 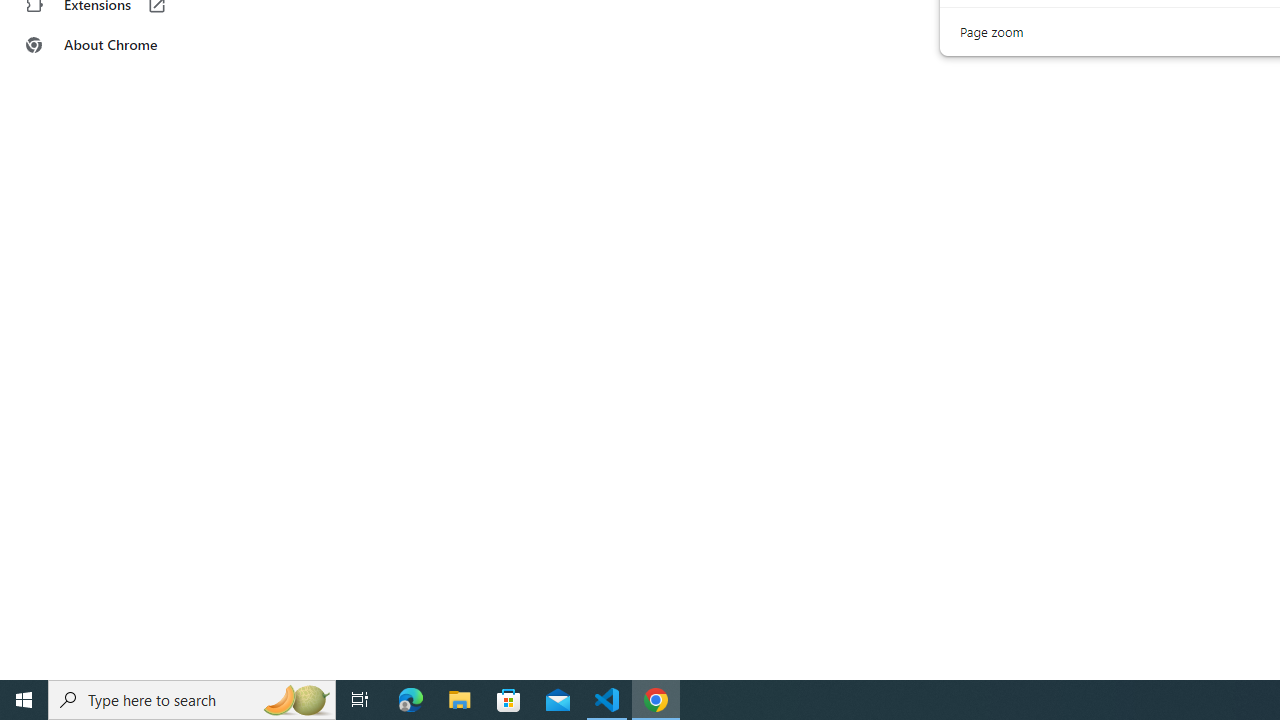 I want to click on 'About Chrome', so click(x=123, y=45).